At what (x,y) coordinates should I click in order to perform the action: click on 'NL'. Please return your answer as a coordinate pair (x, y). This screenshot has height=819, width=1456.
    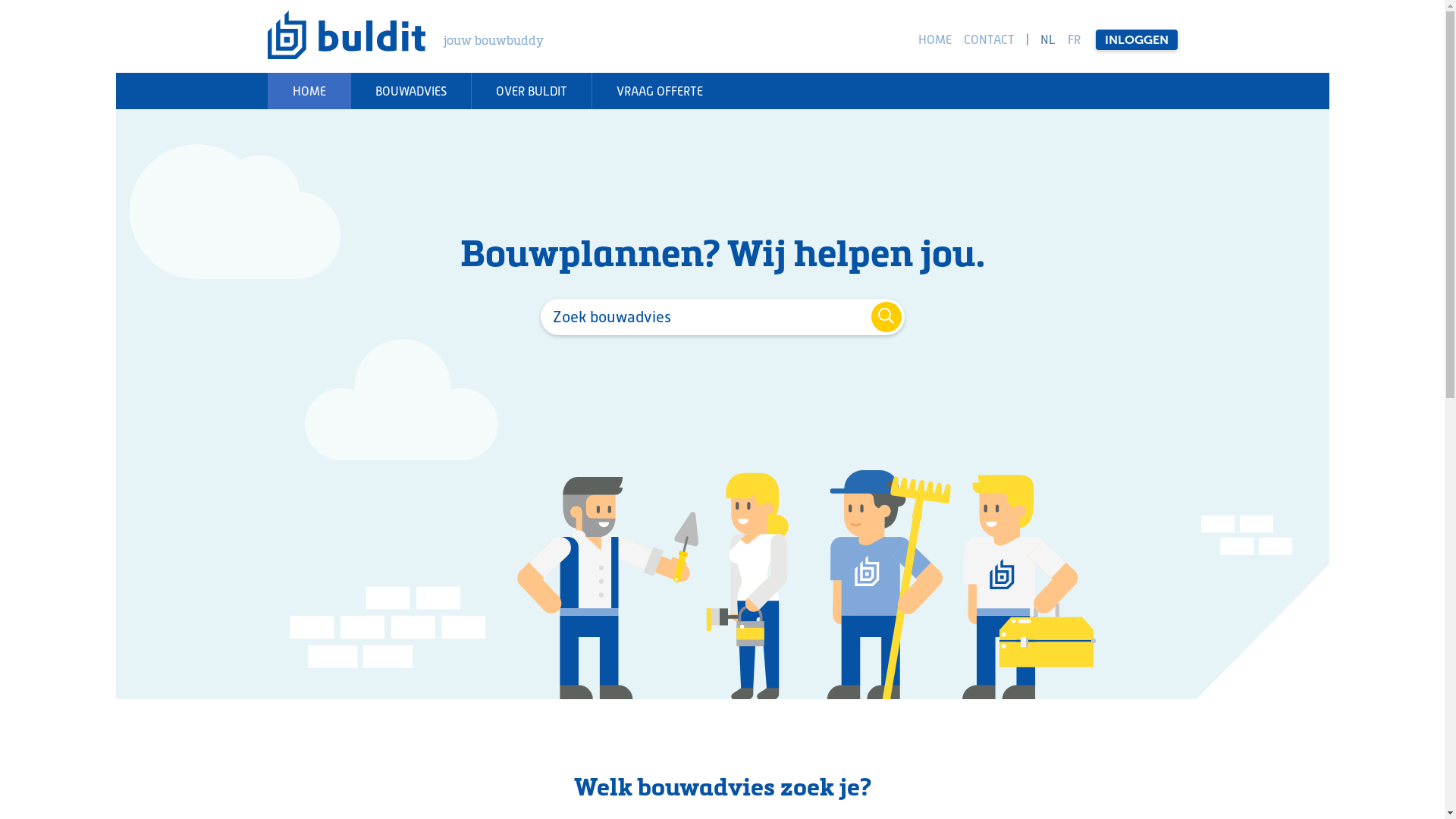
    Looking at the image, I should click on (1047, 38).